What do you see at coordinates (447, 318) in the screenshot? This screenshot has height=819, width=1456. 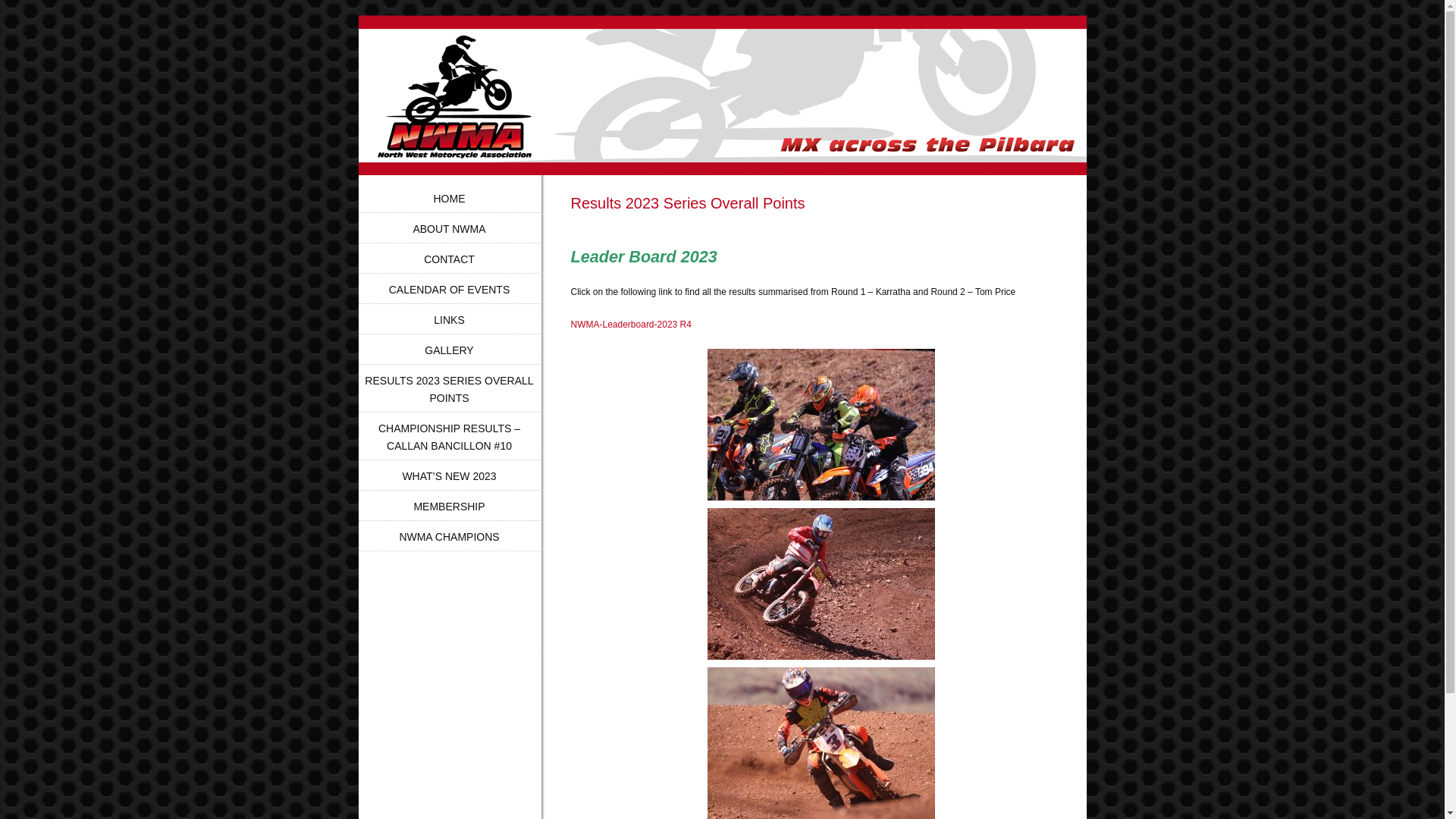 I see `'LINKS'` at bounding box center [447, 318].